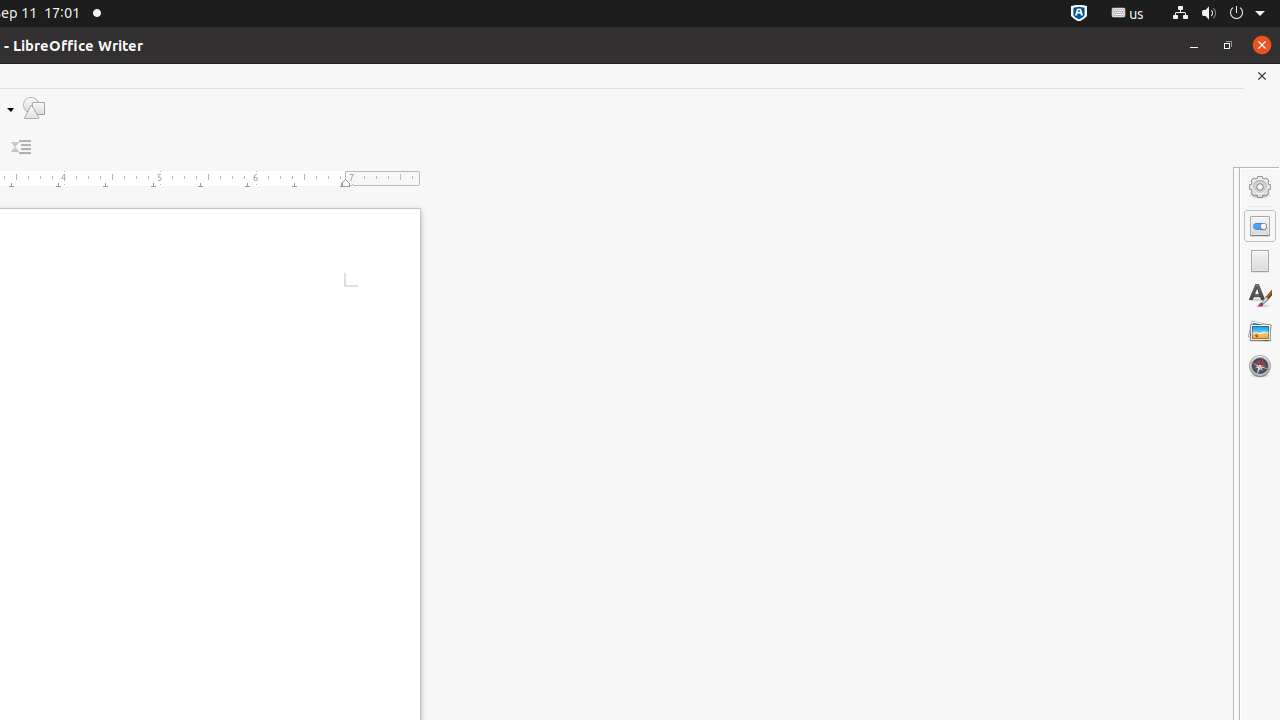 The image size is (1280, 720). I want to click on 'Gallery', so click(1259, 329).